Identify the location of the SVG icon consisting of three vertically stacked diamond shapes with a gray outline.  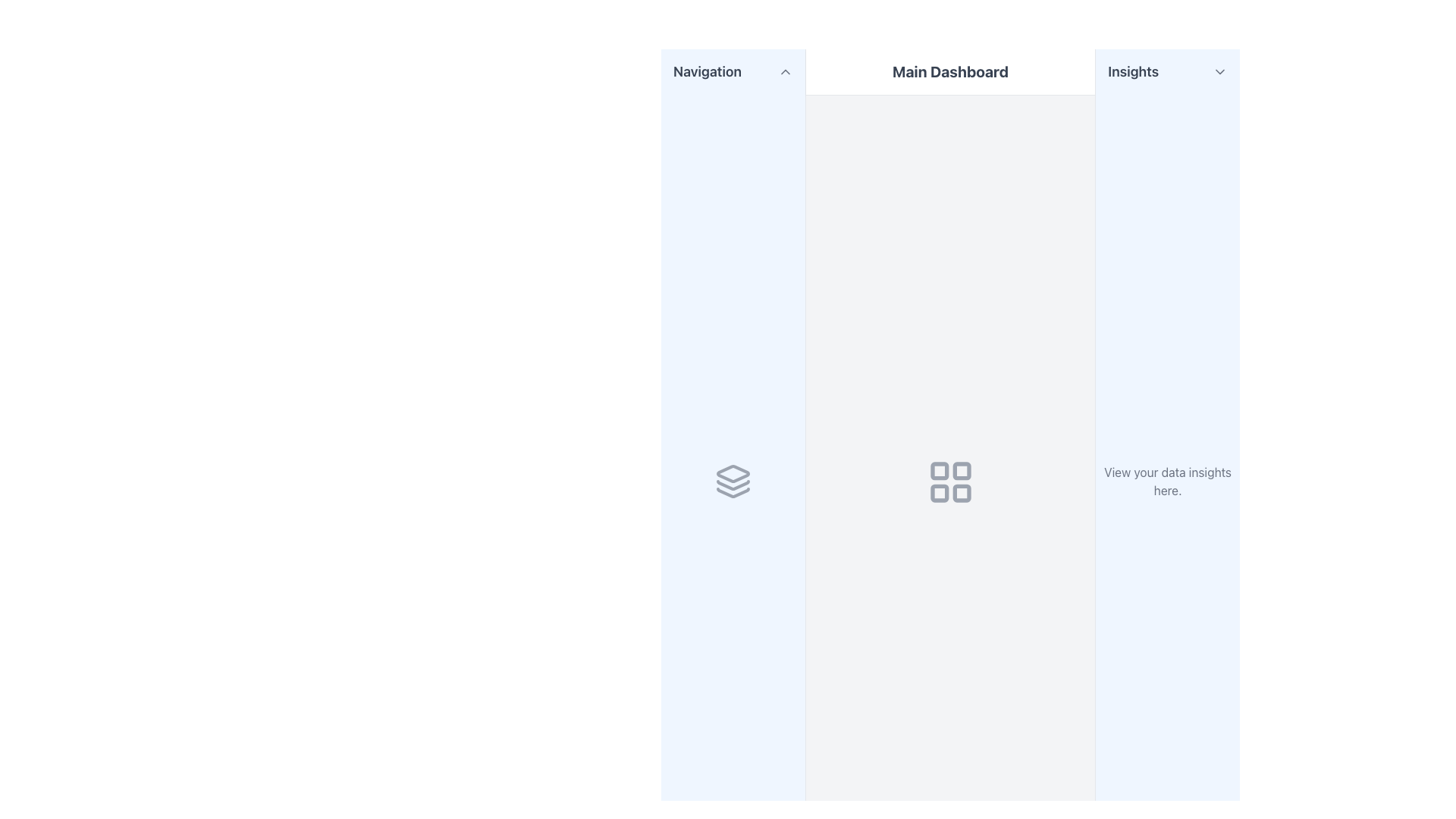
(733, 482).